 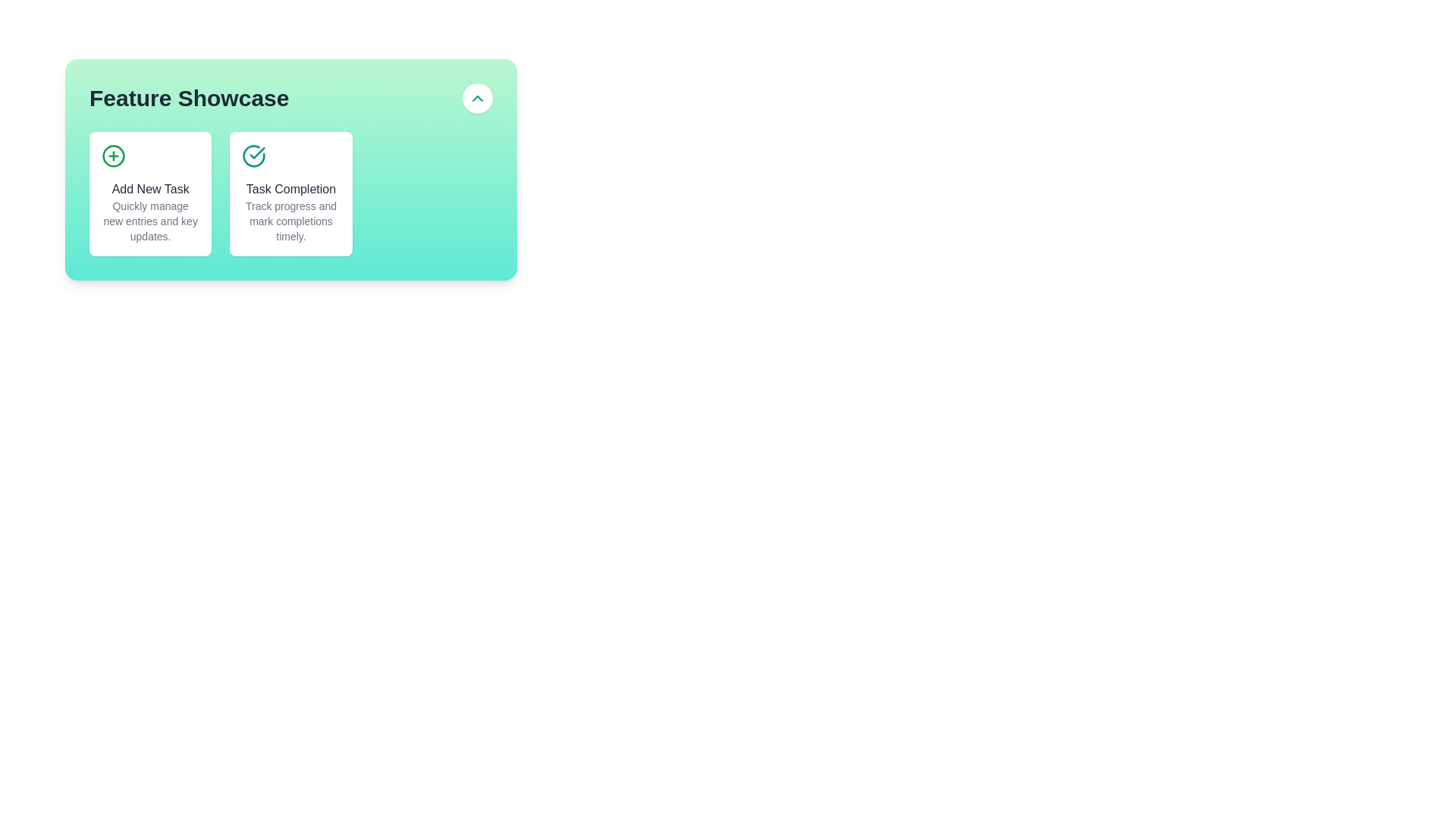 What do you see at coordinates (254, 155) in the screenshot?
I see `the circular icon with a teal outline and a checkmark symbol inside, located at the top center of the 'Task Completion' card` at bounding box center [254, 155].